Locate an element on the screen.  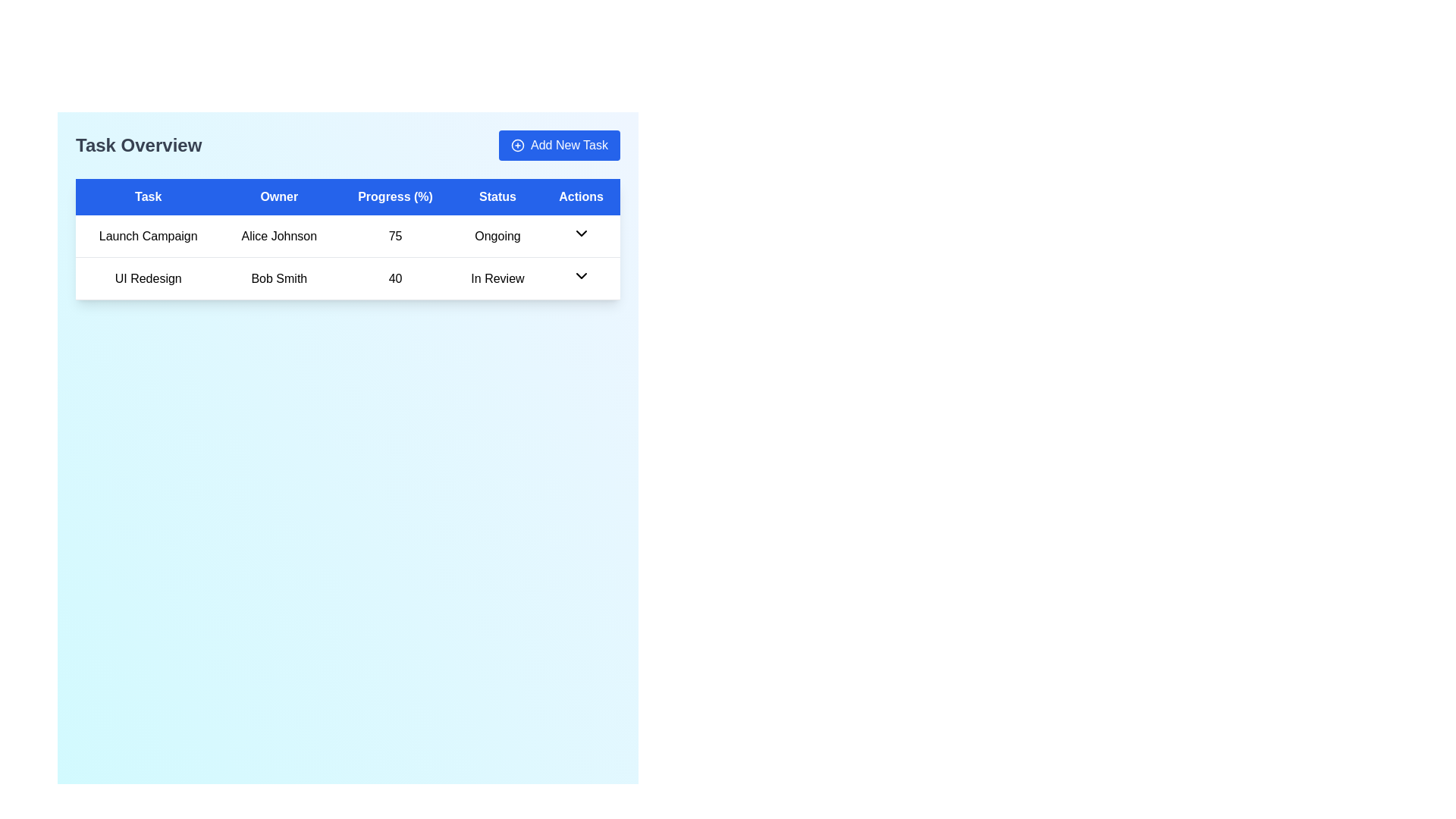
the first row of the table containing 'Launch Campaign', 'Alice Johnson', '75', and 'Ongoing' is located at coordinates (347, 256).